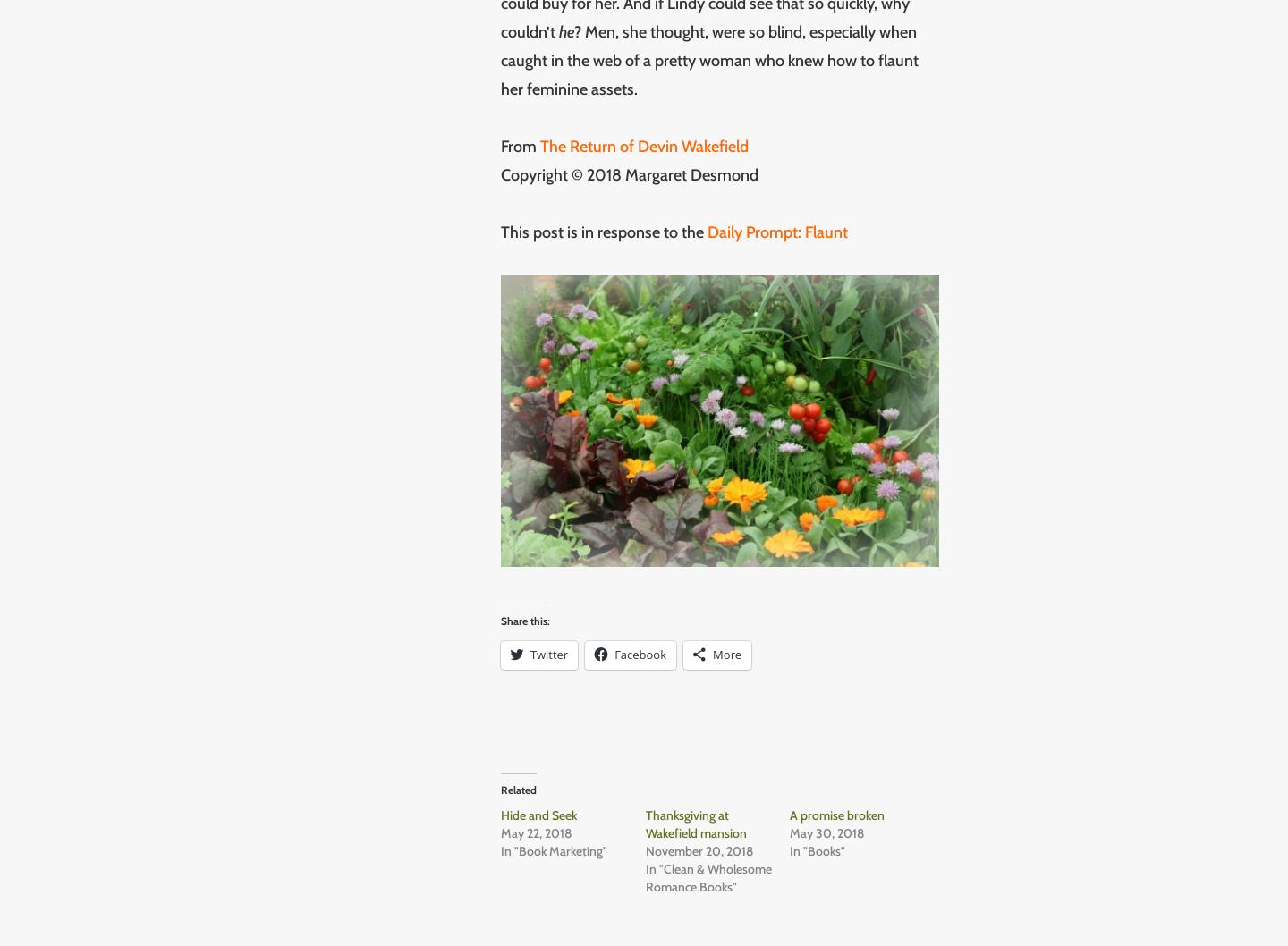 The width and height of the screenshot is (1288, 946). I want to click on '? Men, she thought, were so blind, especially when caught in the web of a pretty woman who knew how to flaunt her feminine assets.', so click(709, 59).